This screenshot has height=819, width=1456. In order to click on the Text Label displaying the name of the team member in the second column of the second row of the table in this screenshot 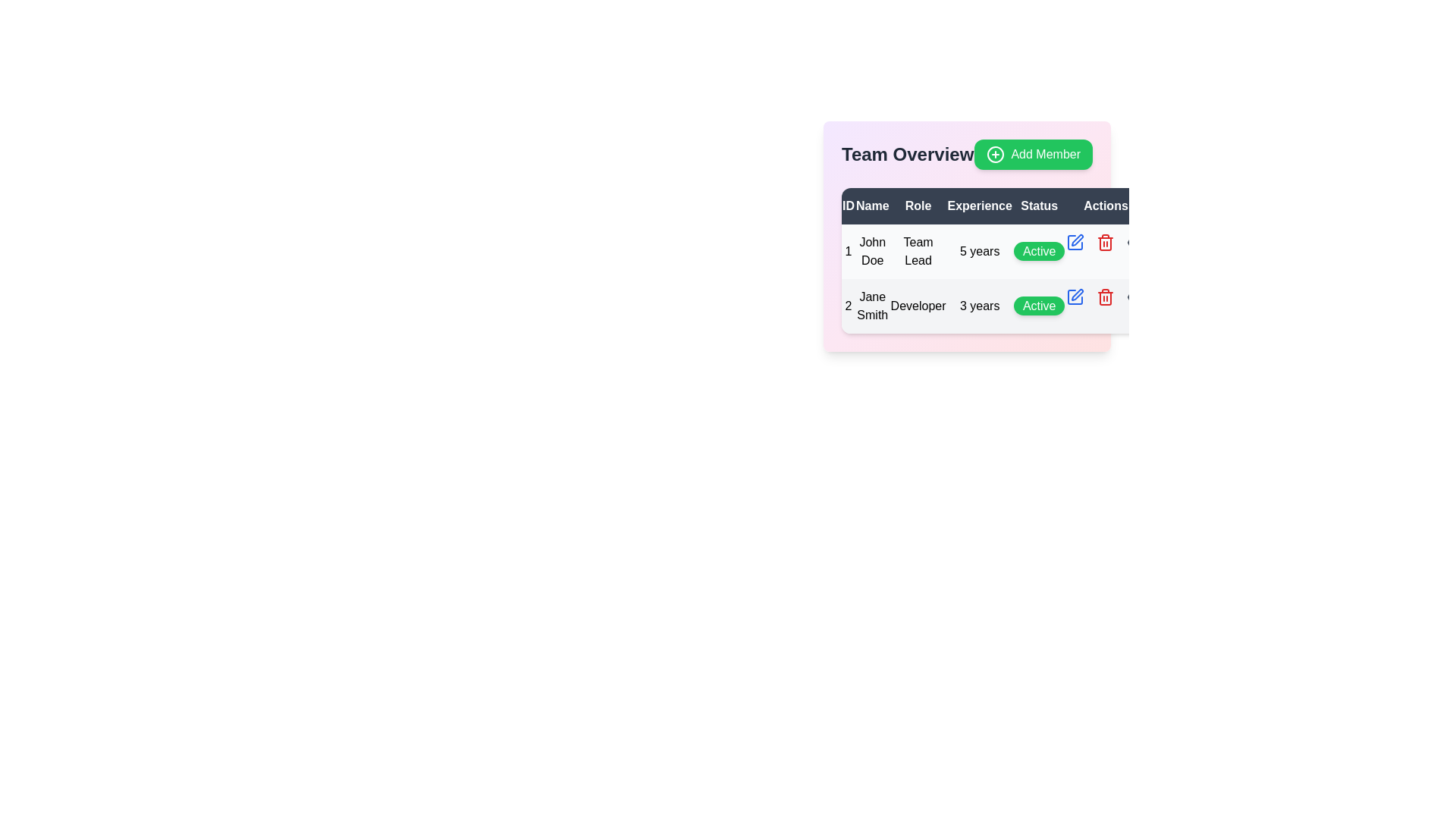, I will do `click(872, 306)`.